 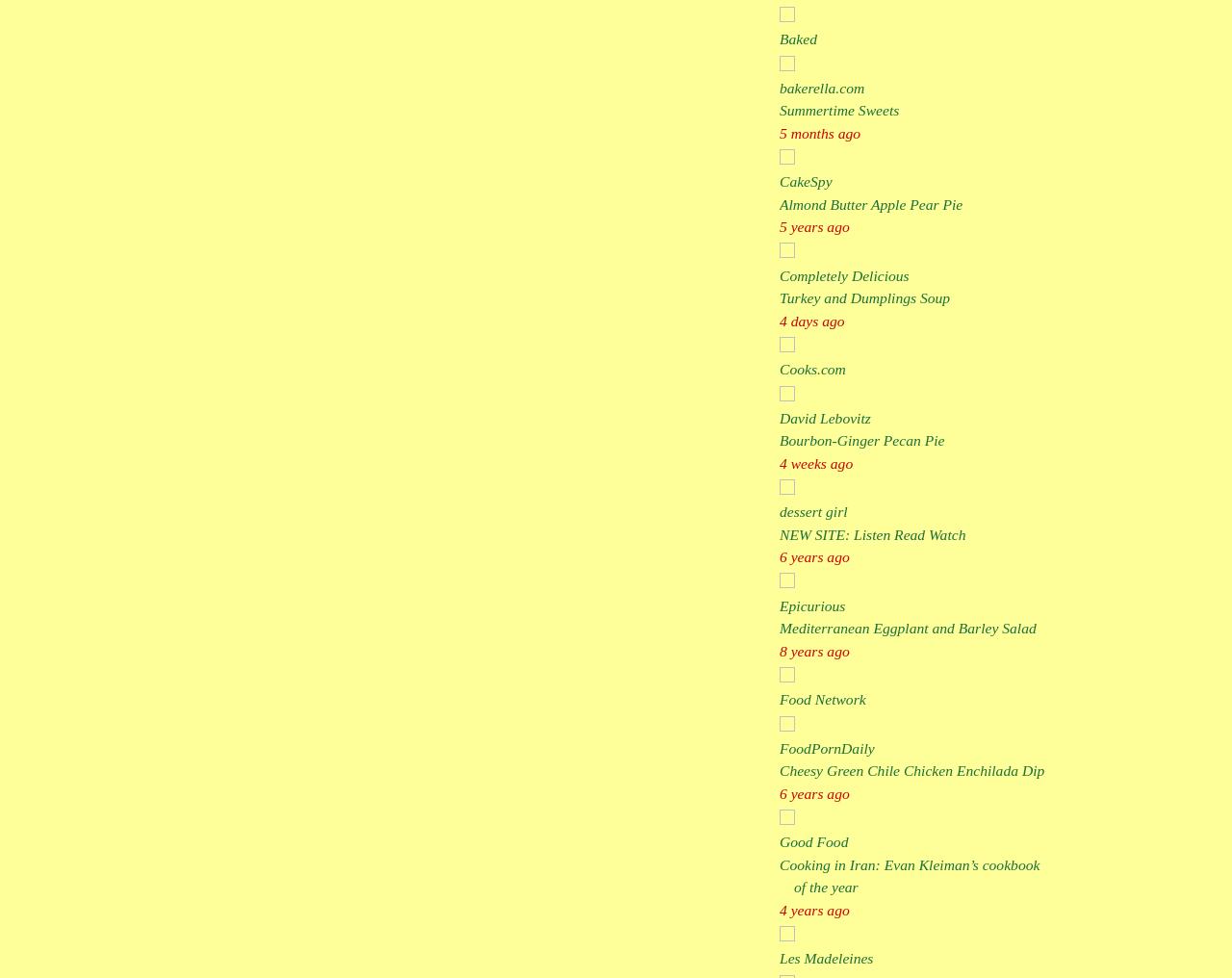 What do you see at coordinates (826, 958) in the screenshot?
I see `'Les Madeleines'` at bounding box center [826, 958].